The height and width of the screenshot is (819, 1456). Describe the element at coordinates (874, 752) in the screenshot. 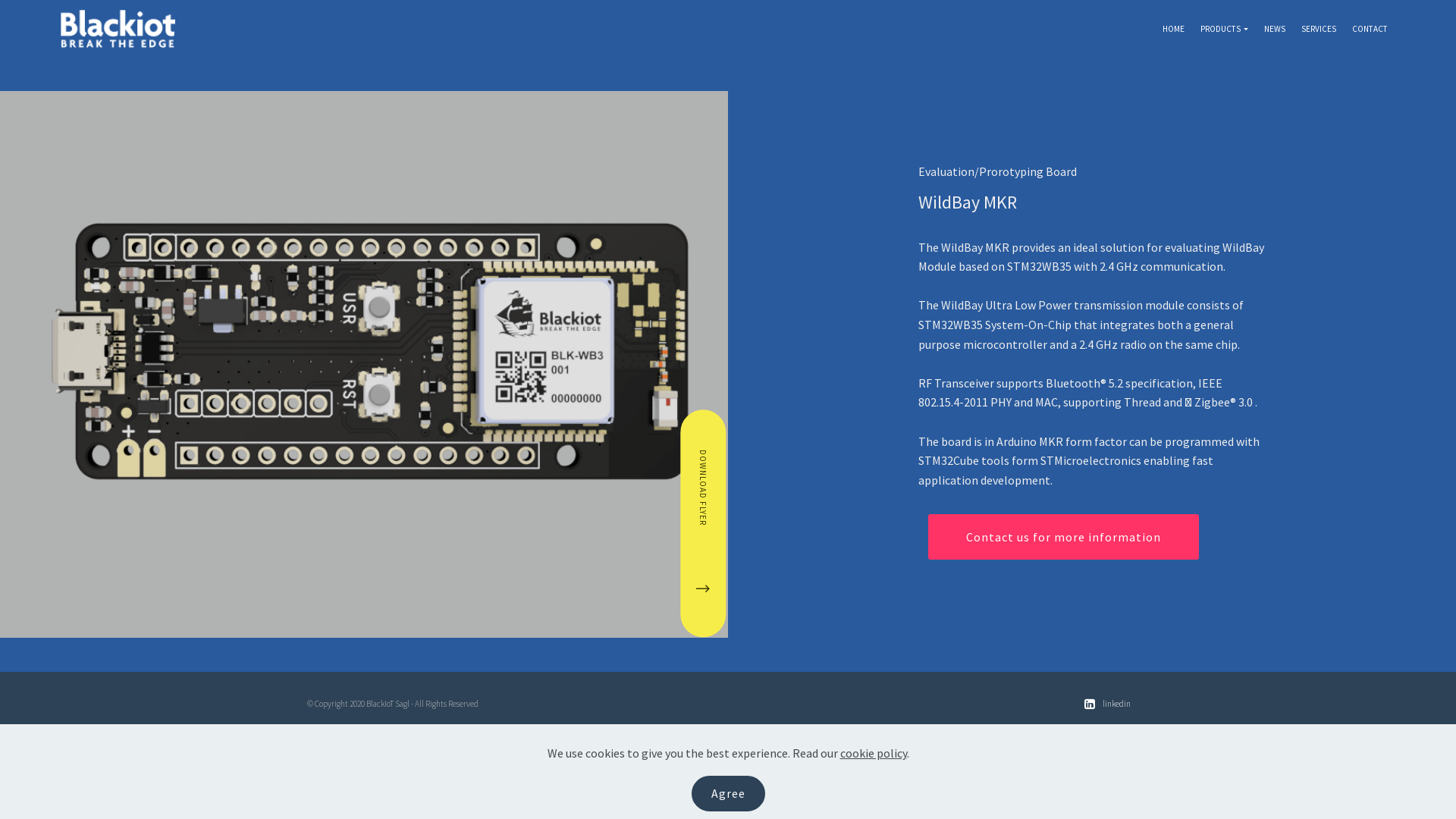

I see `'cookie policy'` at that location.